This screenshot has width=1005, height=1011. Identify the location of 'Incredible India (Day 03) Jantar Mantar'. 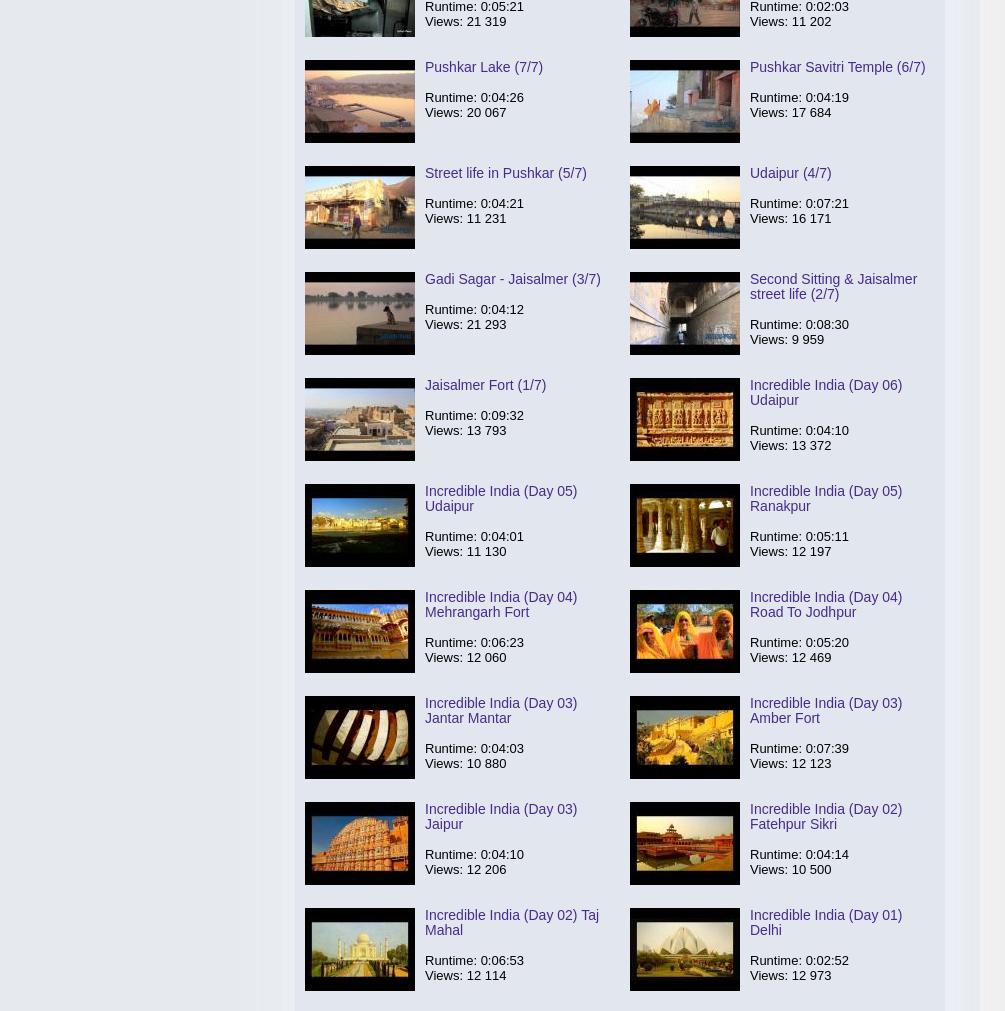
(500, 709).